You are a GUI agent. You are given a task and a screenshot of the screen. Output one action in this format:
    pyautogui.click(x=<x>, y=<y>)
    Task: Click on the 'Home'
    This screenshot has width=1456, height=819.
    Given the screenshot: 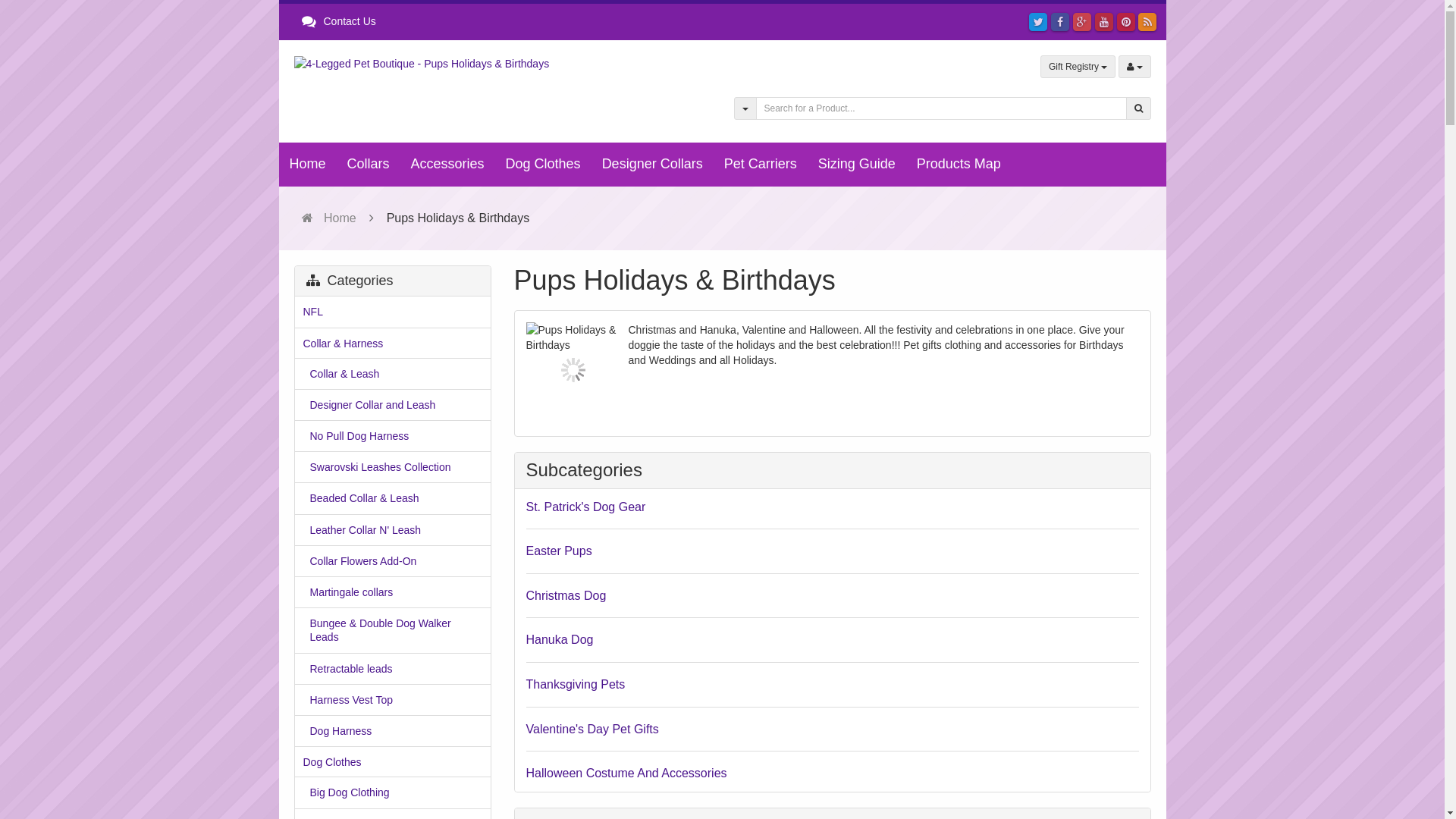 What is the action you would take?
    pyautogui.click(x=328, y=218)
    